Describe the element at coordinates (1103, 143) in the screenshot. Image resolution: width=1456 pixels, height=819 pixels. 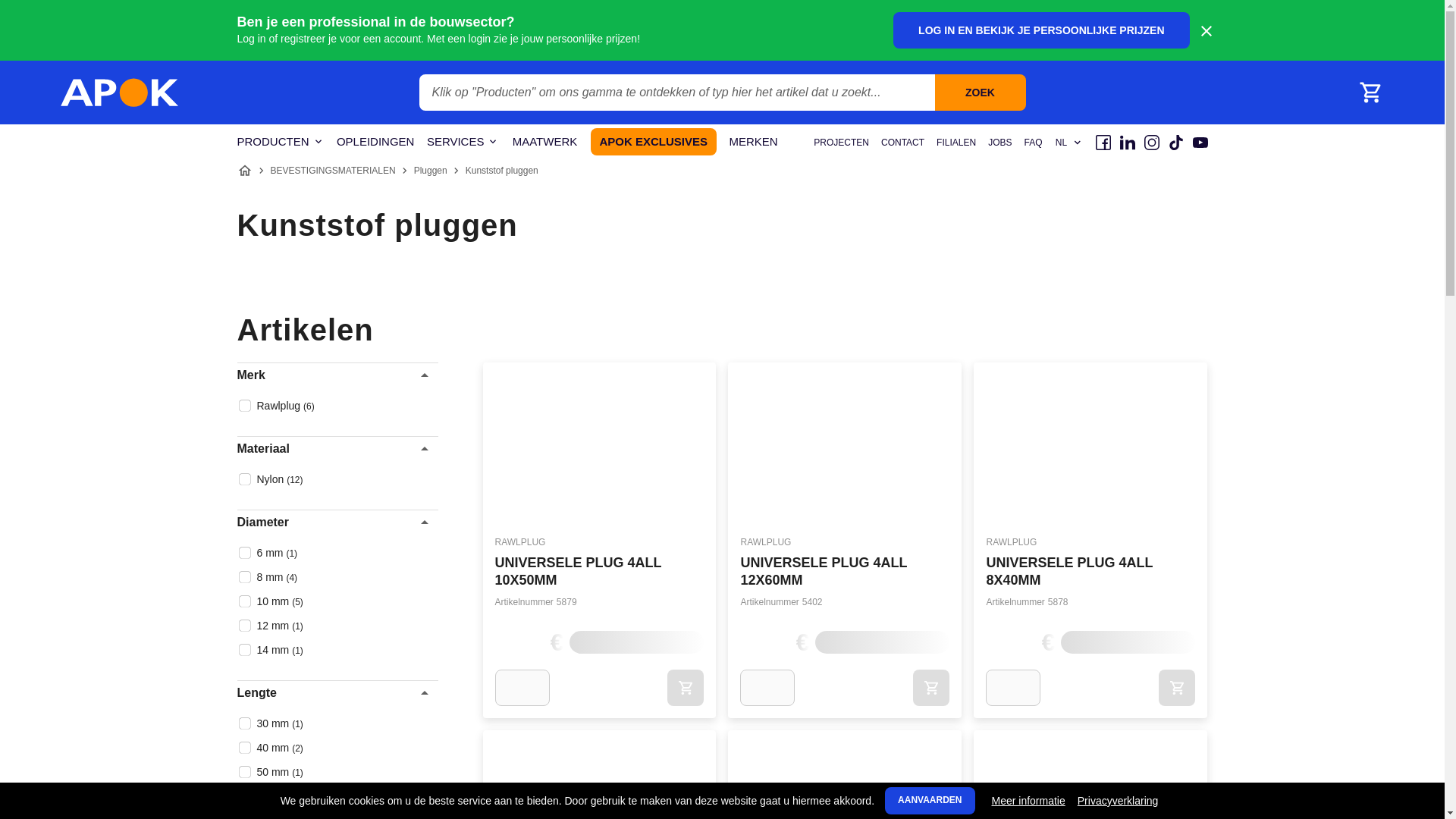
I see `'Facebook'` at that location.